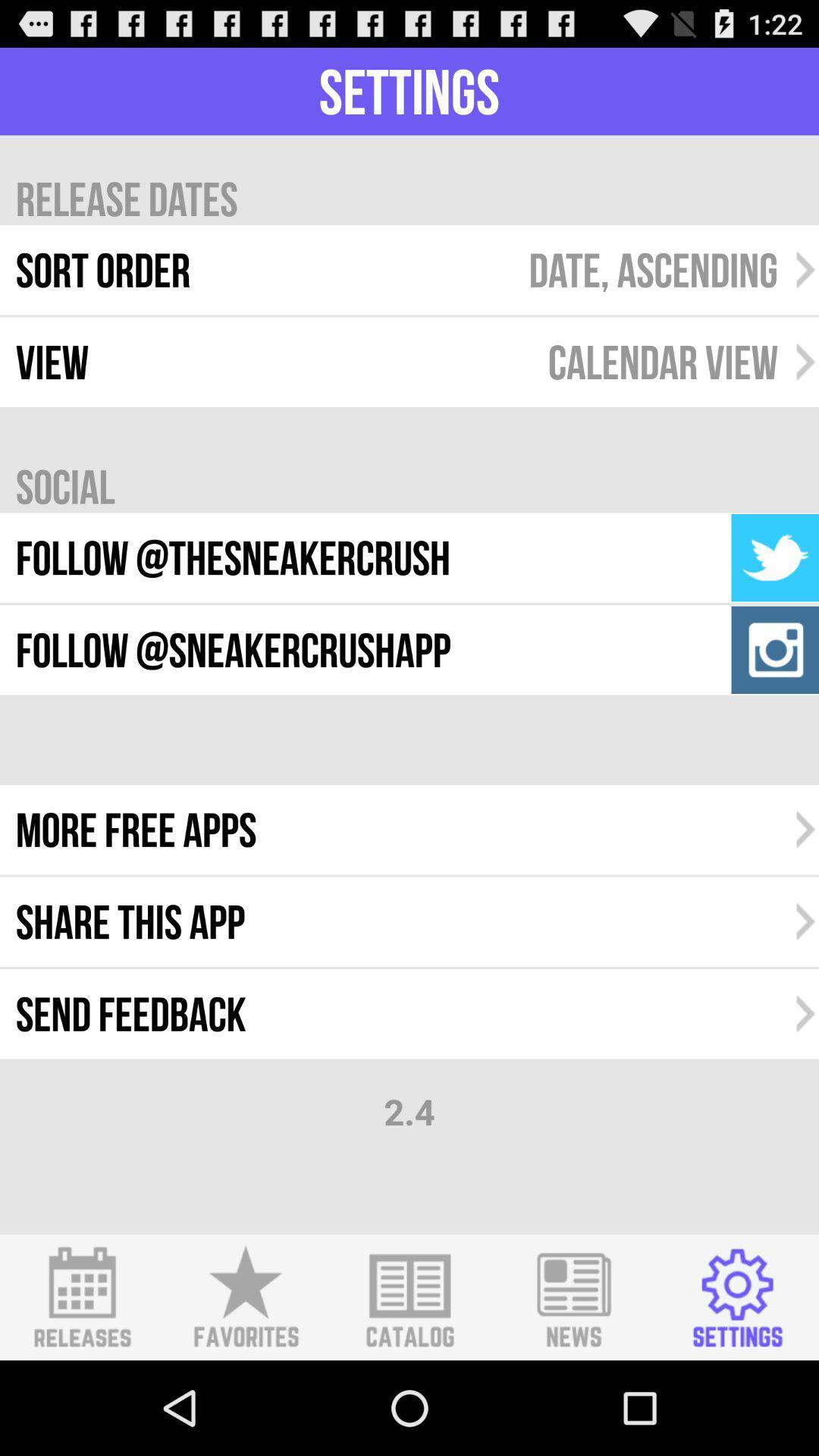  I want to click on settings, so click(736, 1297).